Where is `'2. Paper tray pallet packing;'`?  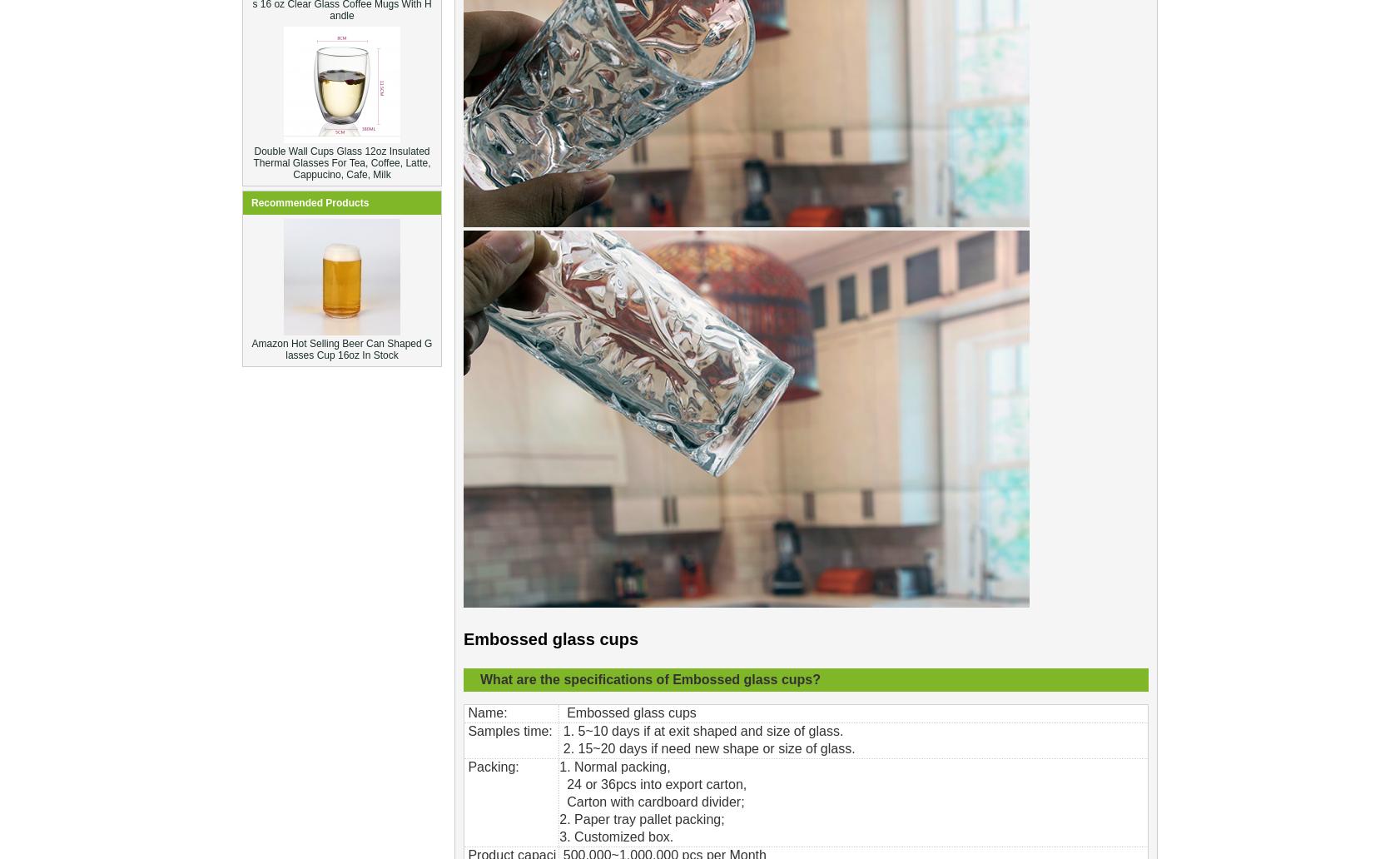 '2. Paper tray pallet packing;' is located at coordinates (559, 818).